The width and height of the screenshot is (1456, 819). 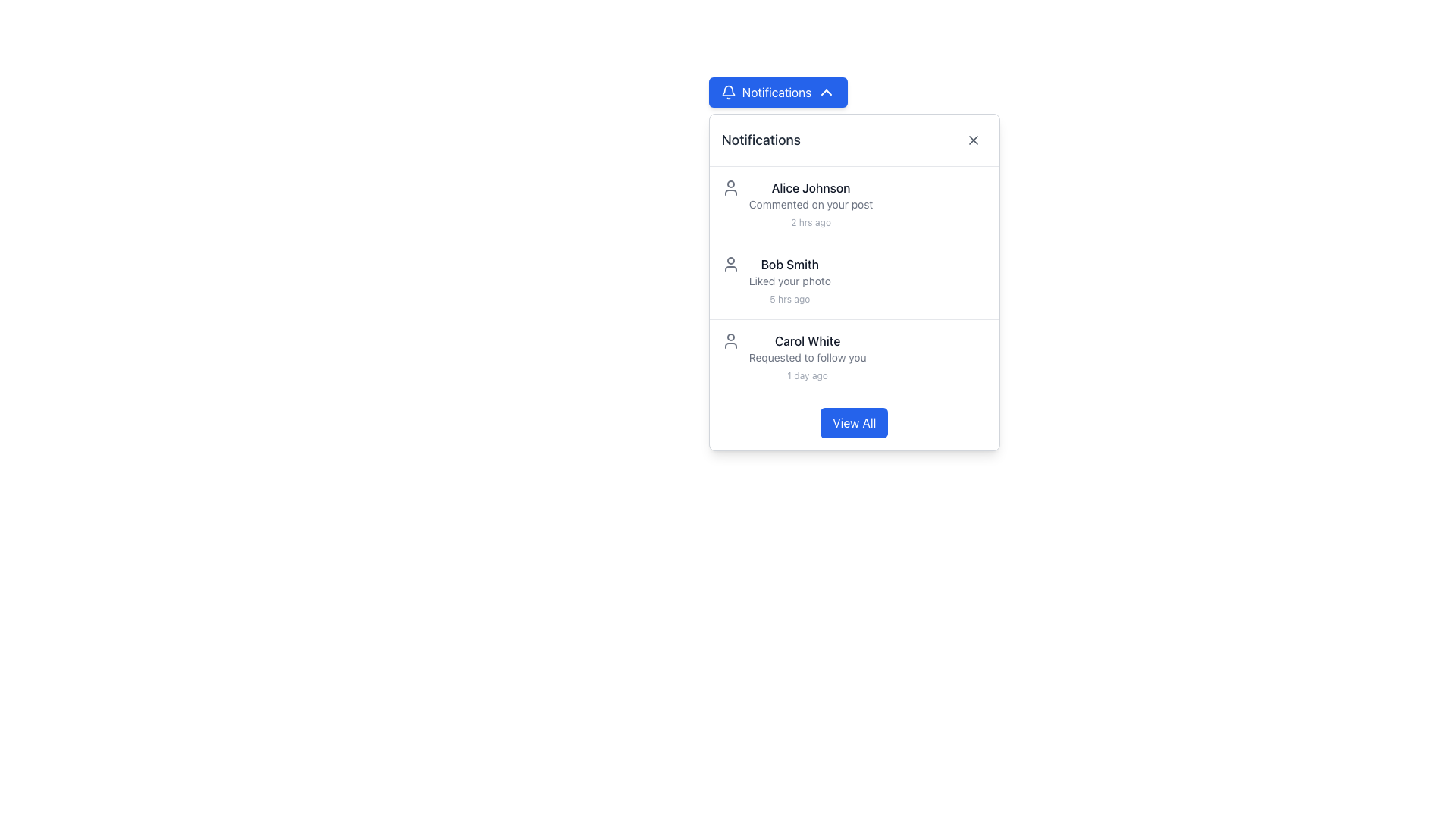 I want to click on the 'View All' button, which is a prominent blue button with rounded corners located in the notification dropdown panel, so click(x=854, y=423).